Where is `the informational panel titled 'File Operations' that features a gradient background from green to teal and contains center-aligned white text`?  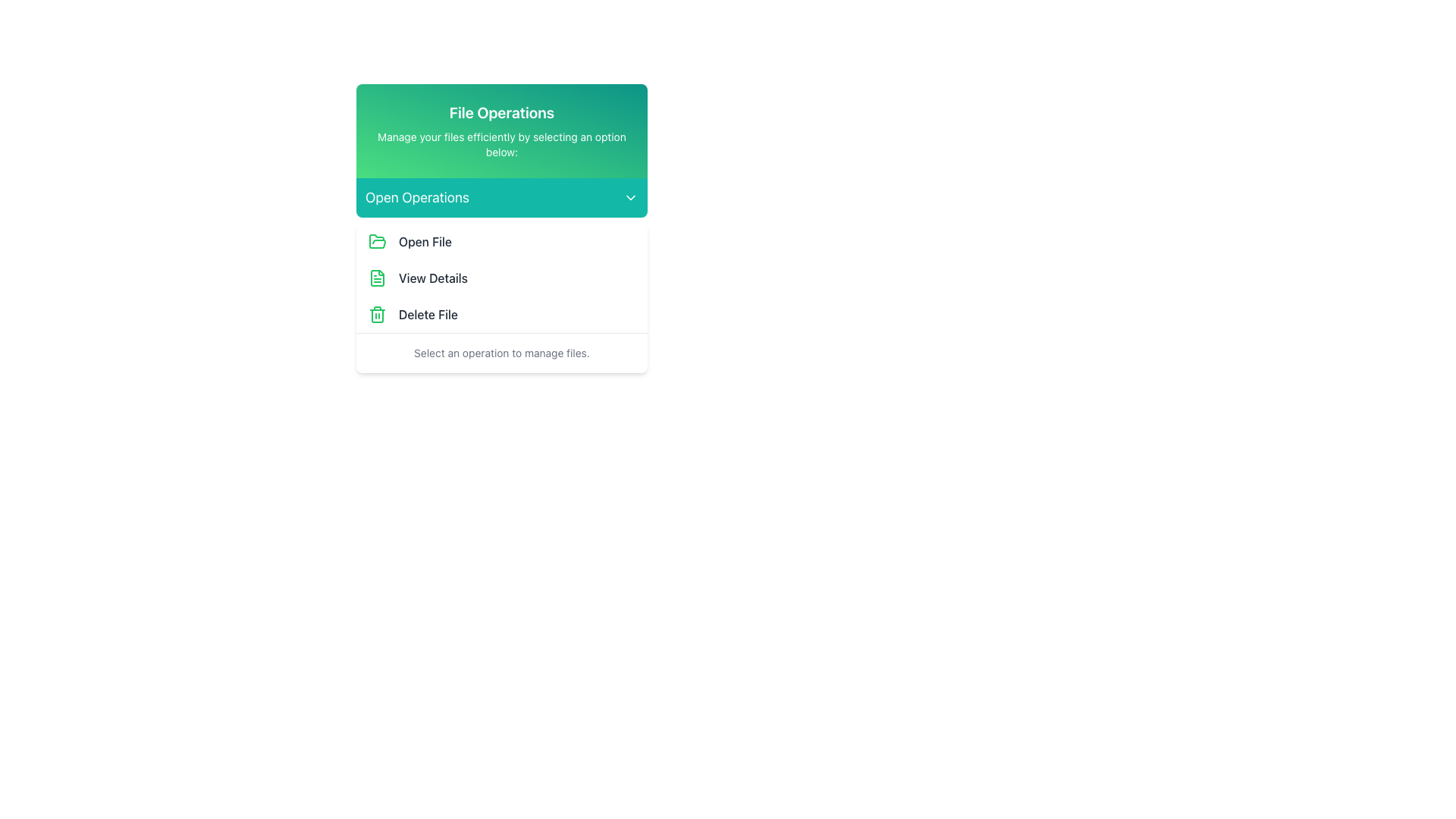 the informational panel titled 'File Operations' that features a gradient background from green to teal and contains center-aligned white text is located at coordinates (502, 130).